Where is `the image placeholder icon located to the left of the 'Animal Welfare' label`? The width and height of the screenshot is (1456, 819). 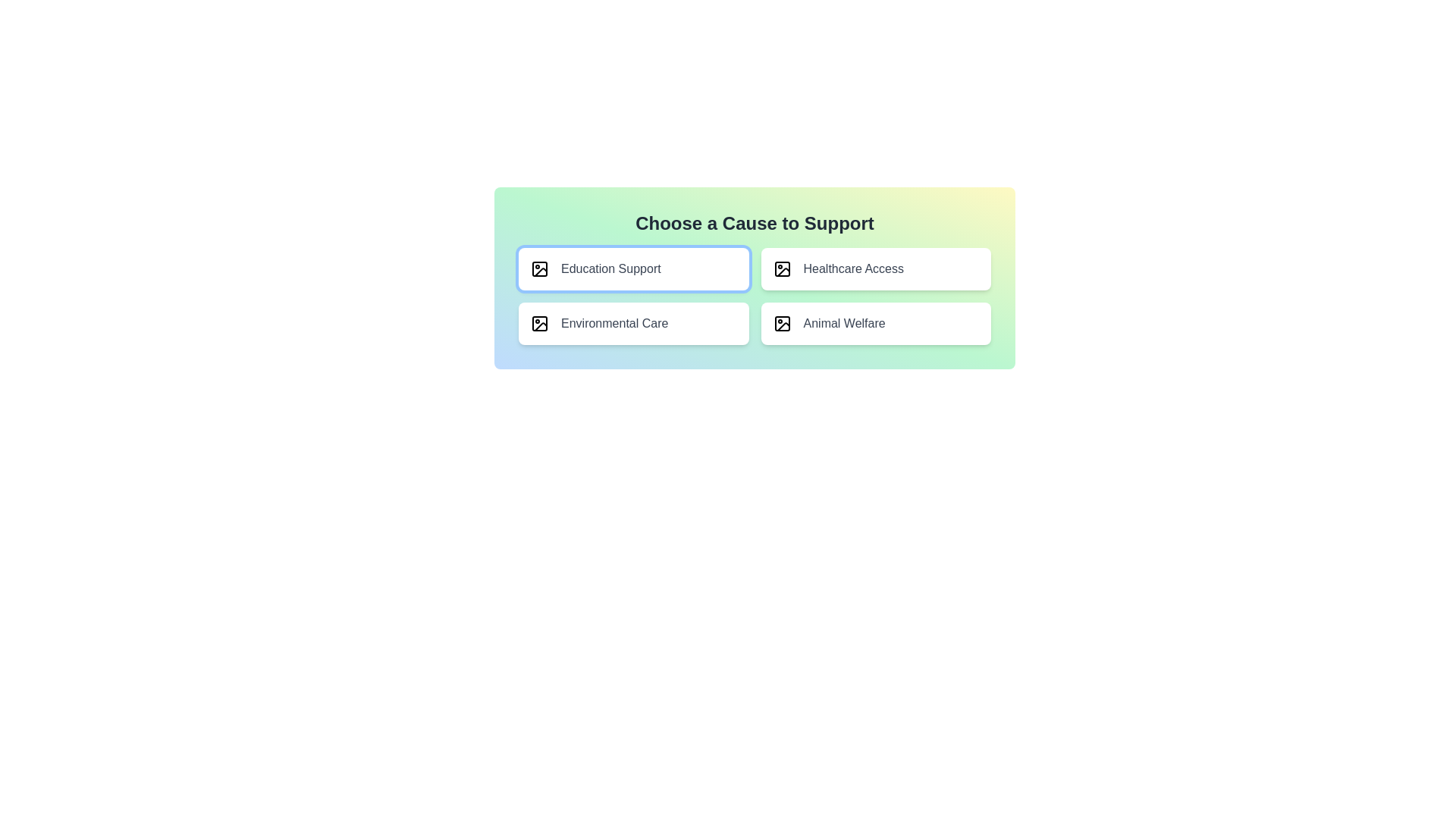 the image placeholder icon located to the left of the 'Animal Welfare' label is located at coordinates (782, 323).